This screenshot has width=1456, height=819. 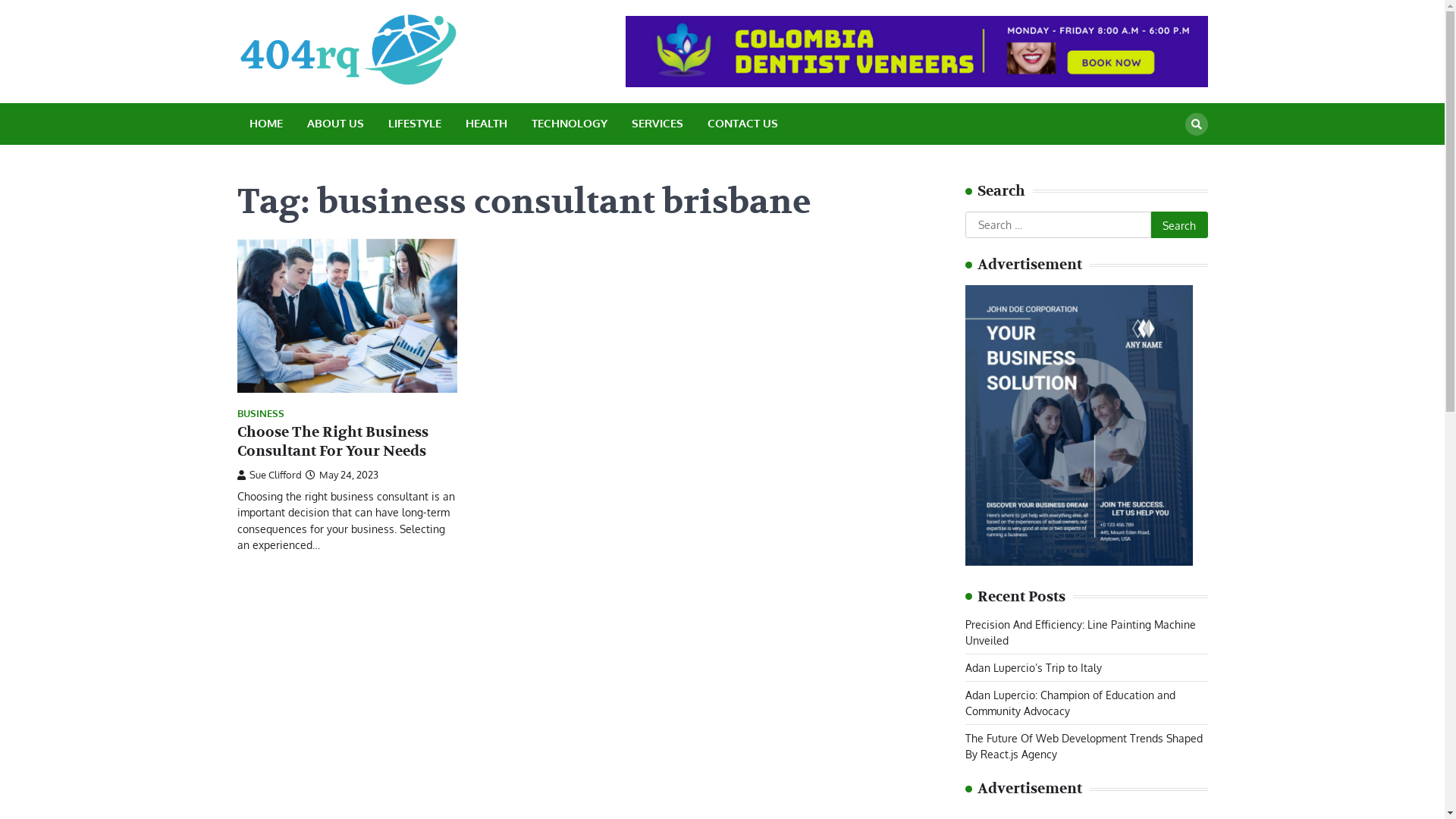 I want to click on 'CONTACT US', so click(x=742, y=123).